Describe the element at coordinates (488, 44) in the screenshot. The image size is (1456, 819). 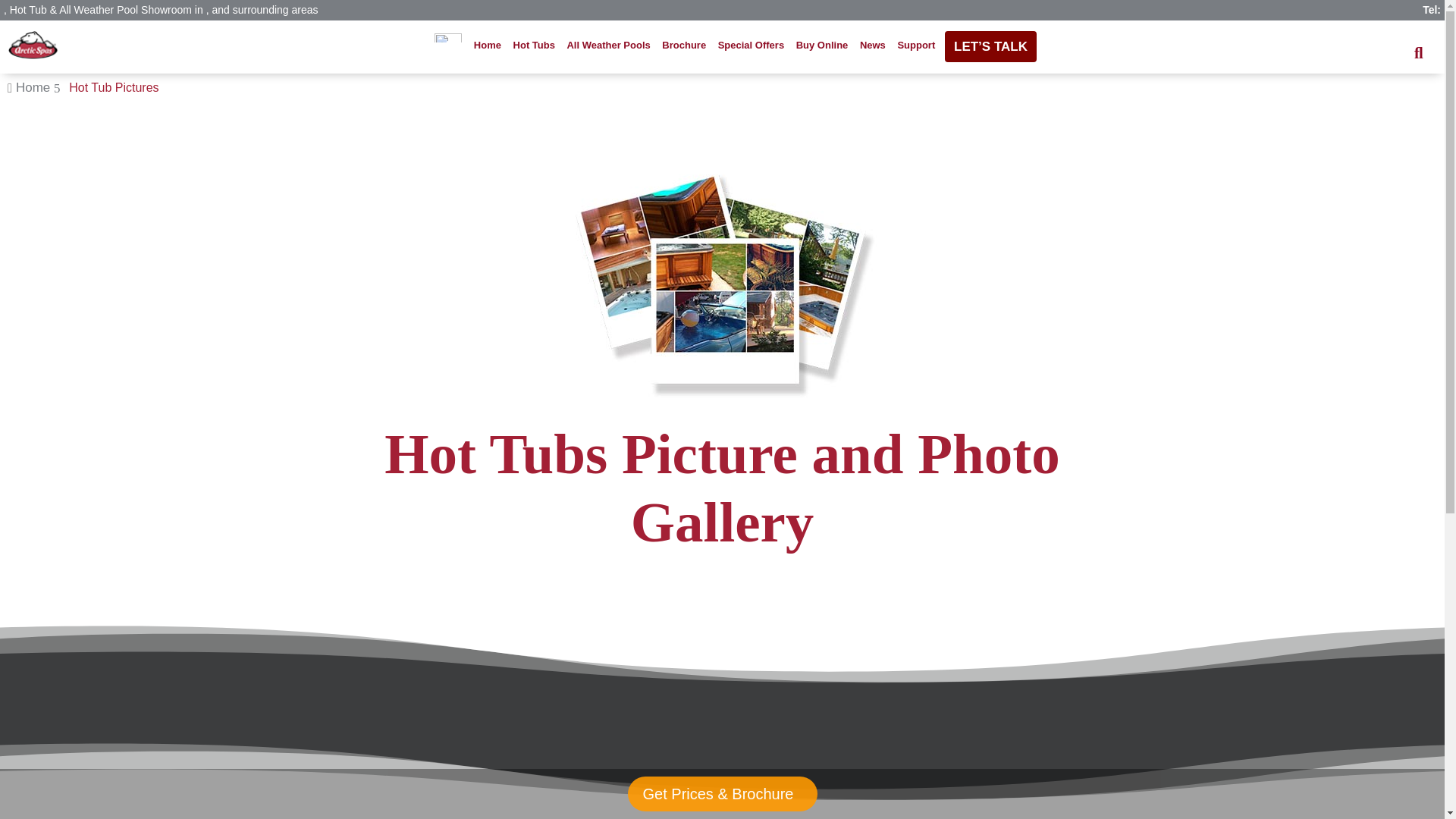
I see `'Home'` at that location.